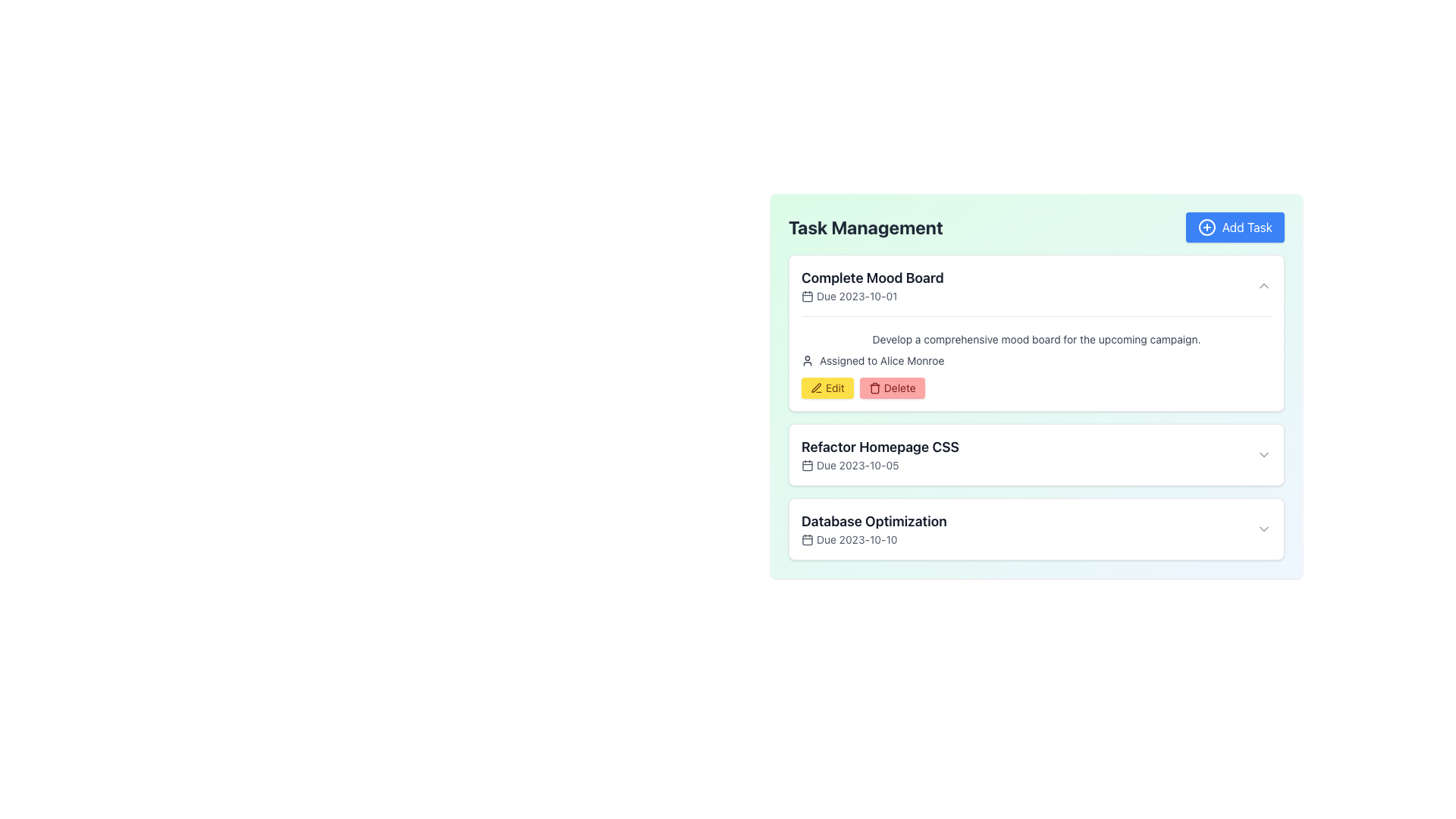 The height and width of the screenshot is (819, 1456). Describe the element at coordinates (874, 529) in the screenshot. I see `the 'Database Optimization' text label, which features a bold title and a smaller due date text, located as the third card in a vertical list` at that location.